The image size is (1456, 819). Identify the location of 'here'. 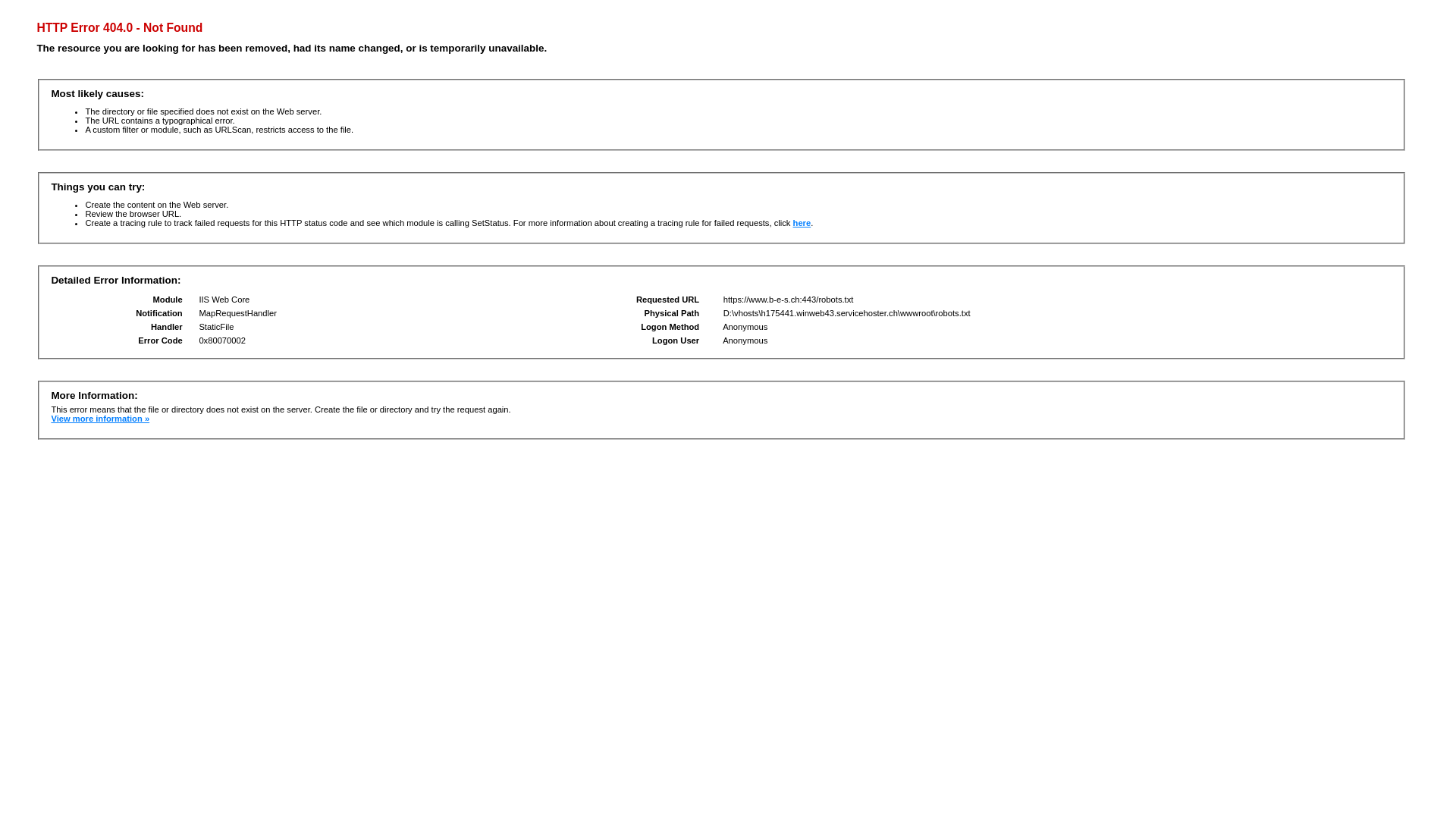
(801, 222).